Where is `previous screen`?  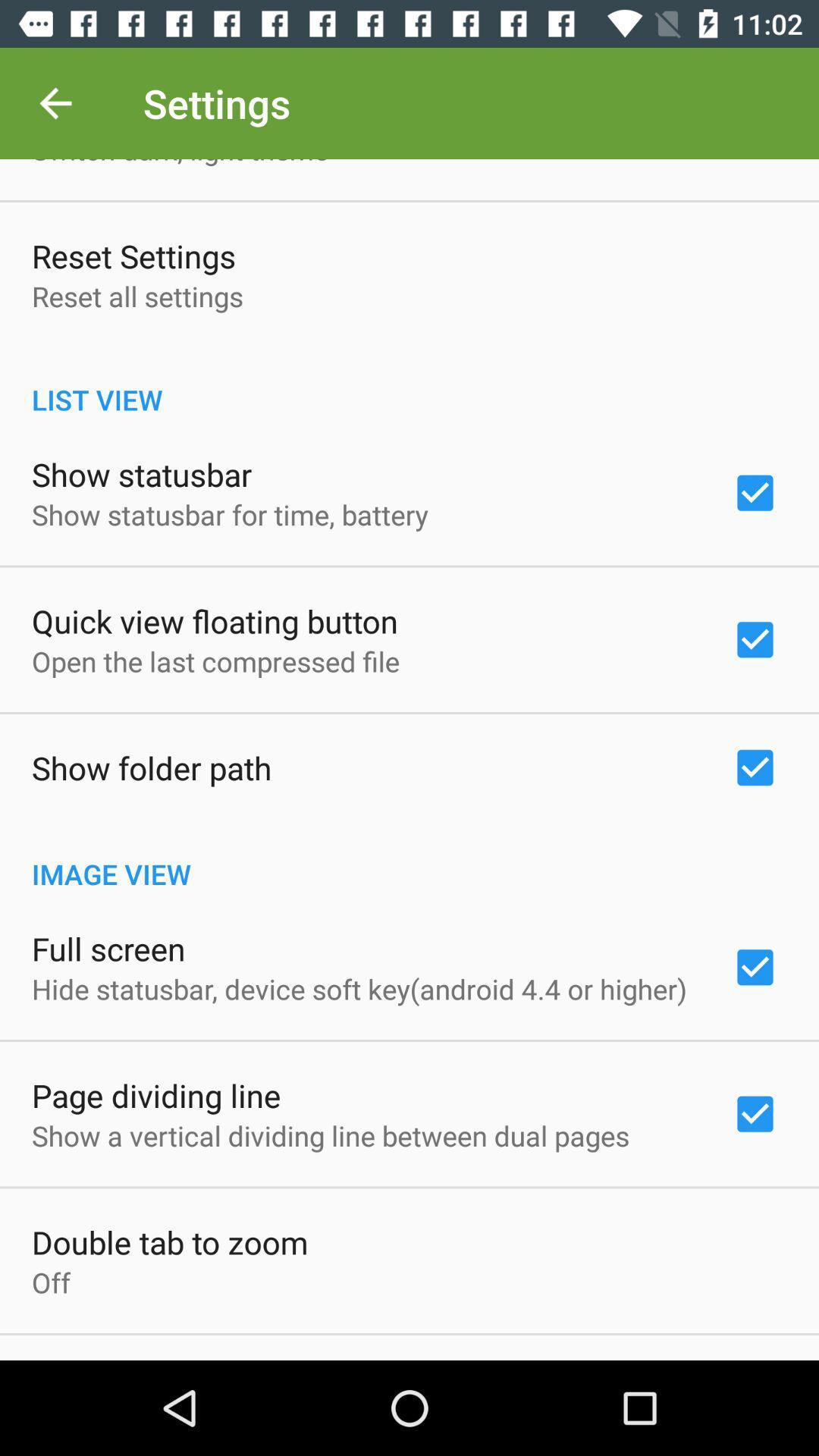
previous screen is located at coordinates (55, 102).